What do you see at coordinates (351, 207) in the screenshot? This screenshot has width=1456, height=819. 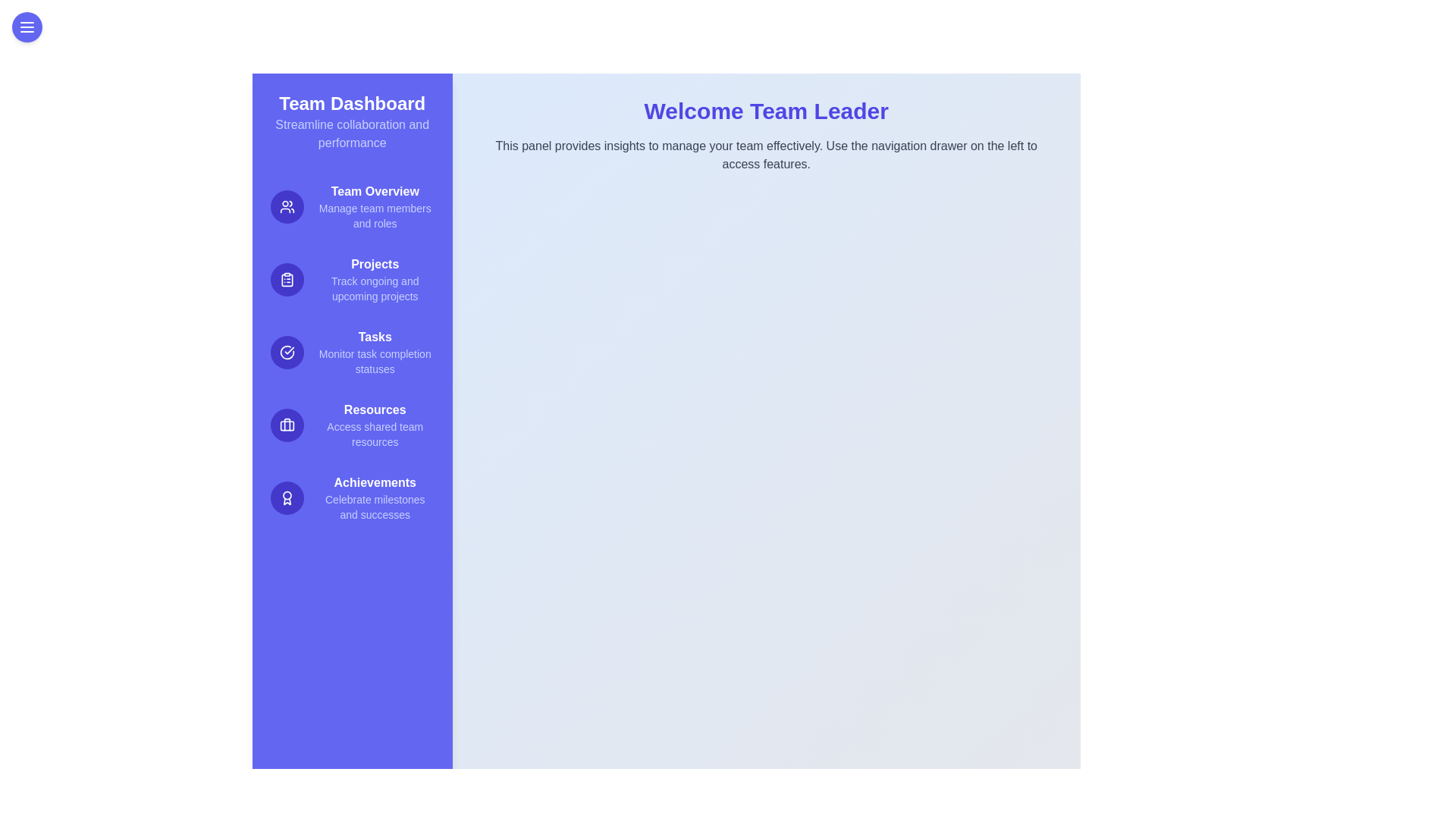 I see `the menu item Team Overview to see its hover effect` at bounding box center [351, 207].